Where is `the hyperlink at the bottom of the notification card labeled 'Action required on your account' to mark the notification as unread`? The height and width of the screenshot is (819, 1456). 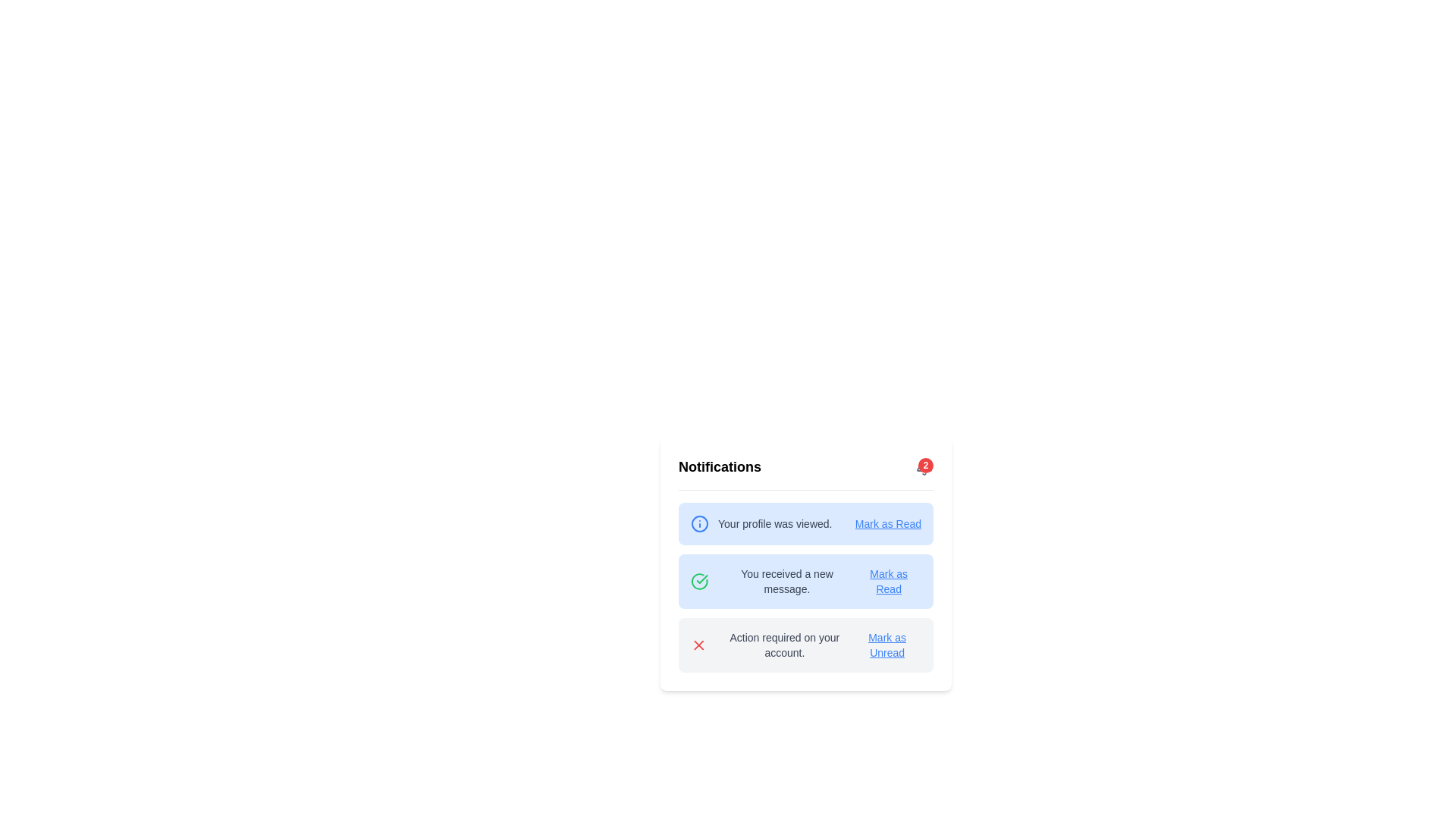 the hyperlink at the bottom of the notification card labeled 'Action required on your account' to mark the notification as unread is located at coordinates (887, 645).